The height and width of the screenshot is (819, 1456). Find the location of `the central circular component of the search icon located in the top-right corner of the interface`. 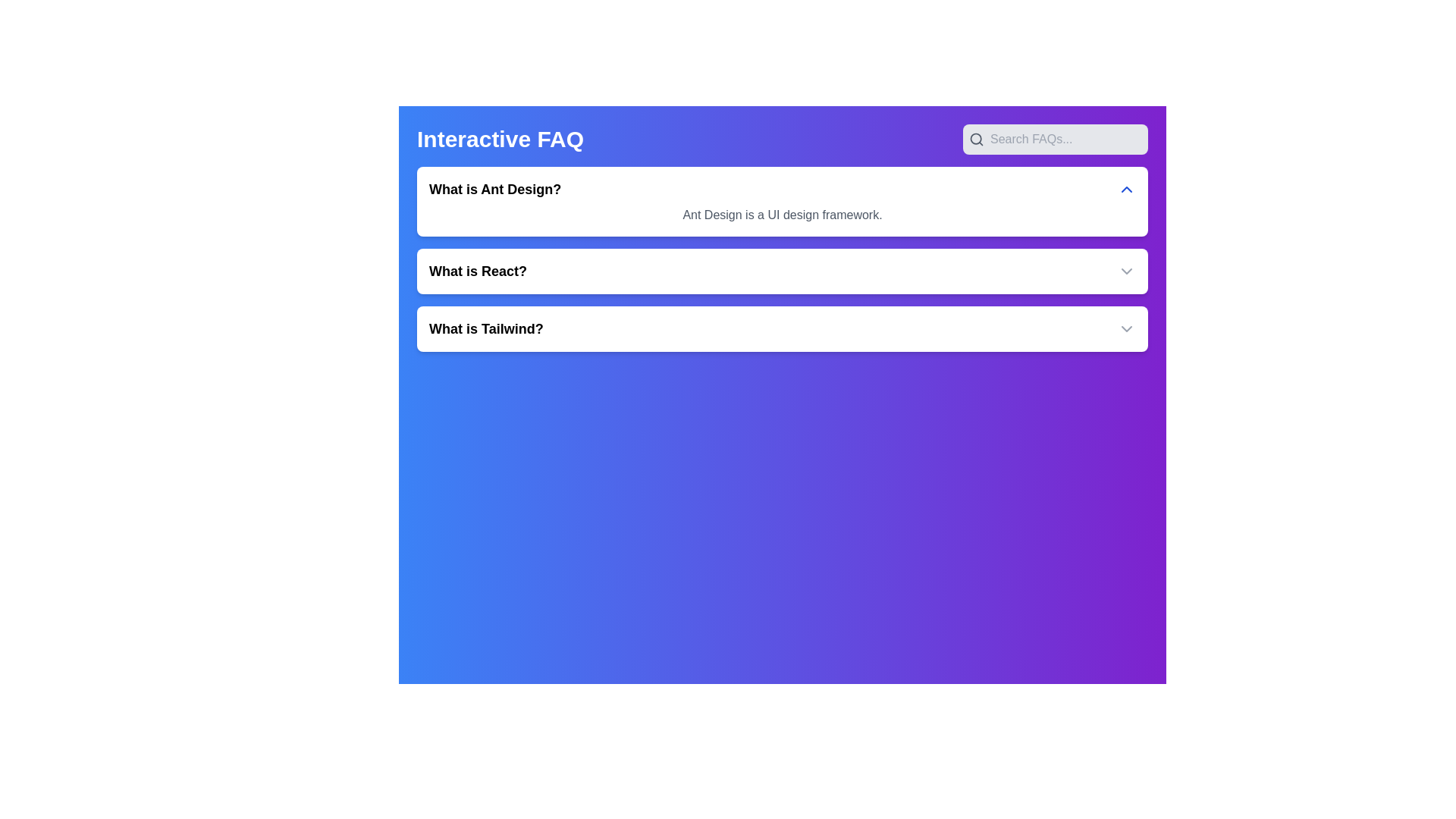

the central circular component of the search icon located in the top-right corner of the interface is located at coordinates (976, 139).